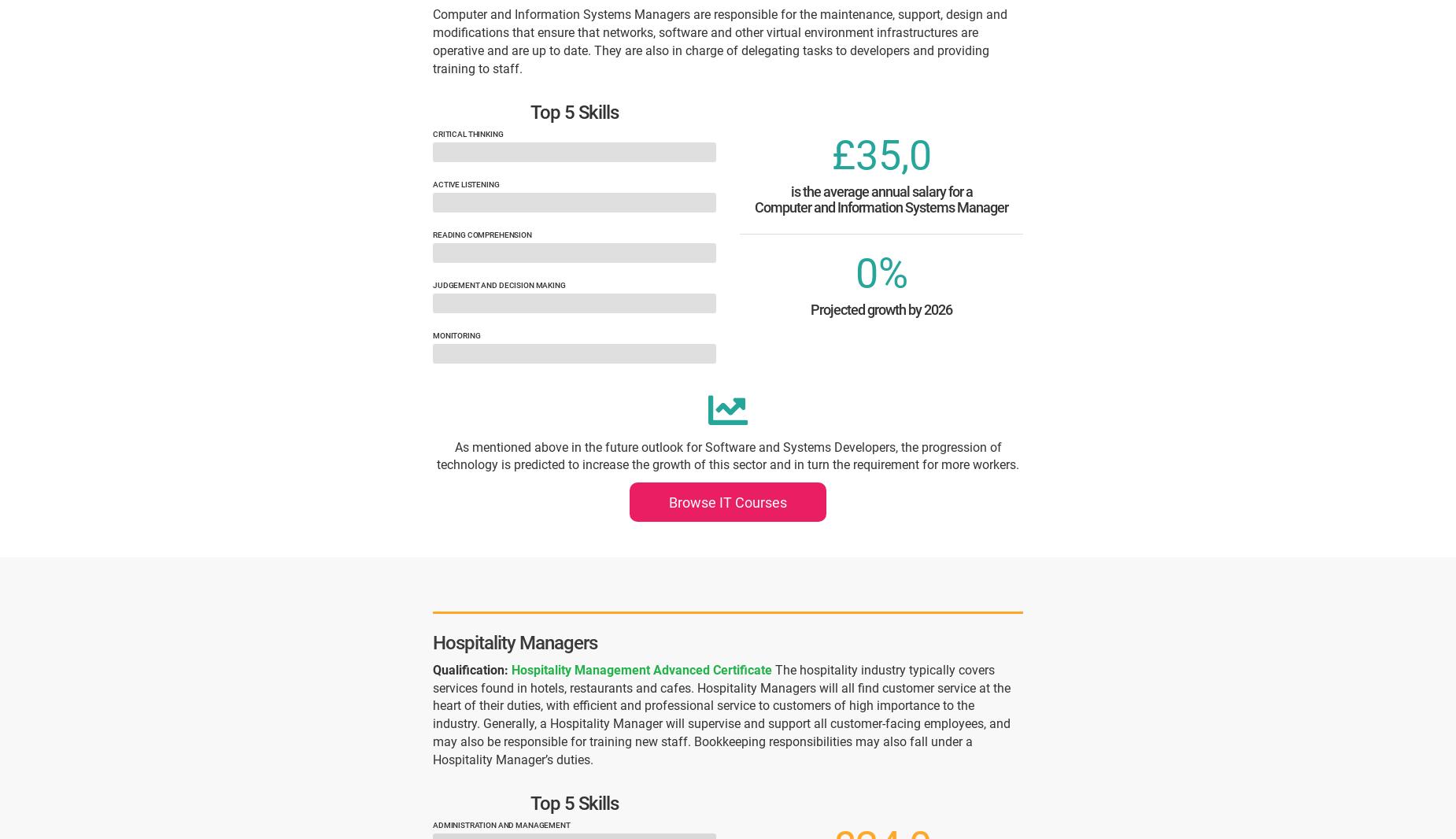  What do you see at coordinates (482, 235) in the screenshot?
I see `'Reading Comprehension'` at bounding box center [482, 235].